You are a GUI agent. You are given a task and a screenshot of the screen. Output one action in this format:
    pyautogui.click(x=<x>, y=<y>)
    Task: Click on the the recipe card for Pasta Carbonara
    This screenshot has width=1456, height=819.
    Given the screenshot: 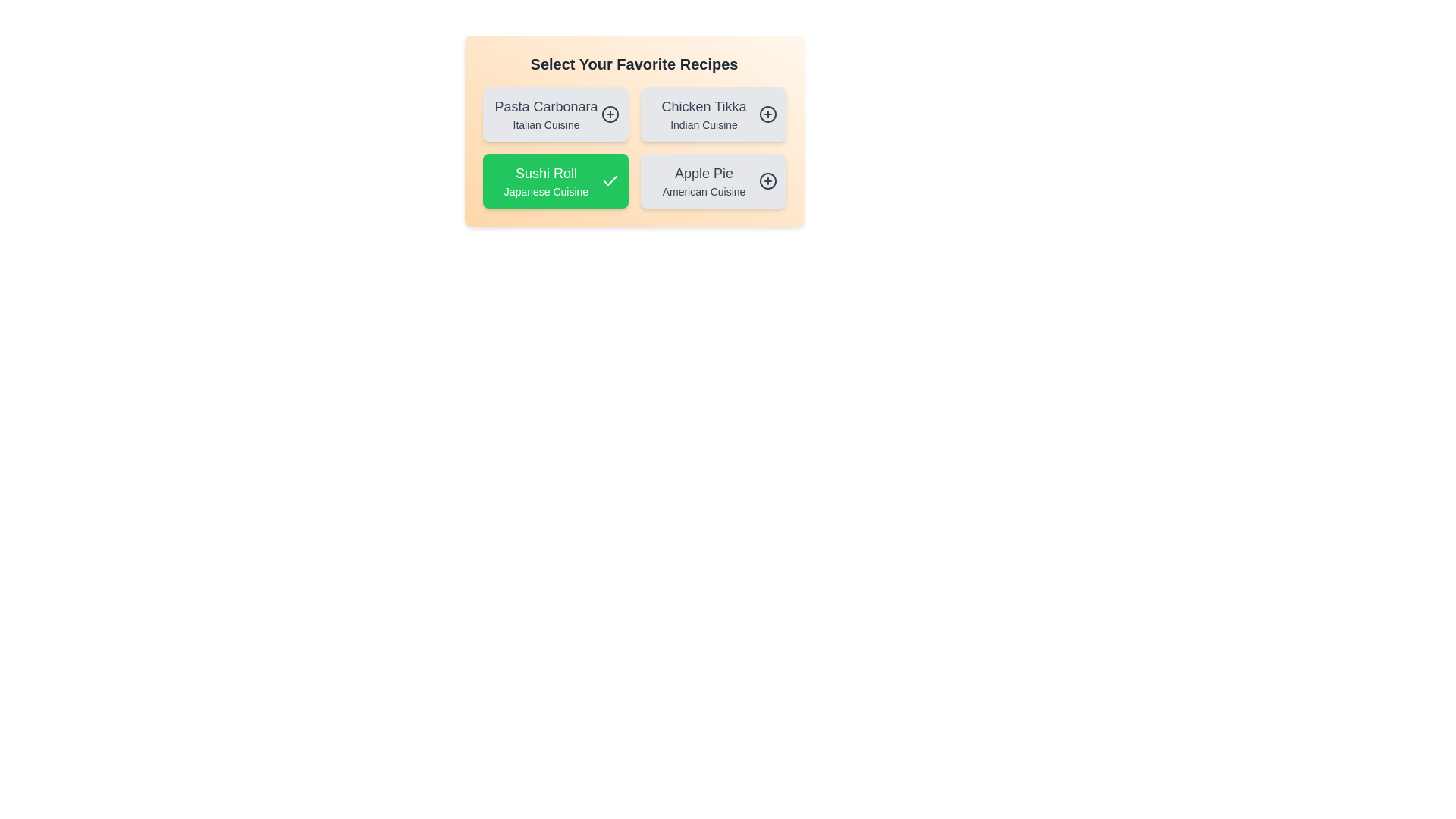 What is the action you would take?
    pyautogui.click(x=554, y=113)
    